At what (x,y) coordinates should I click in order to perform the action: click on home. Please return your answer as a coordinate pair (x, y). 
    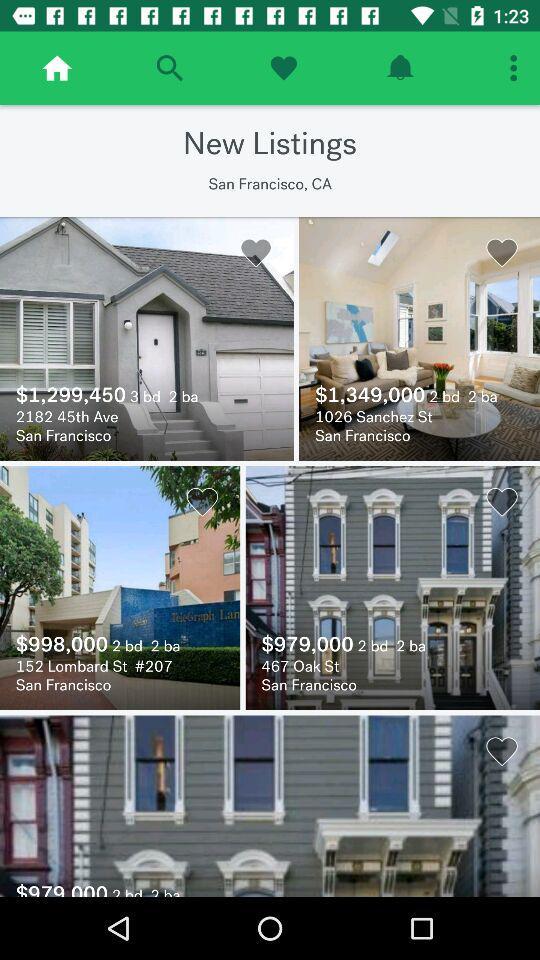
    Looking at the image, I should click on (57, 68).